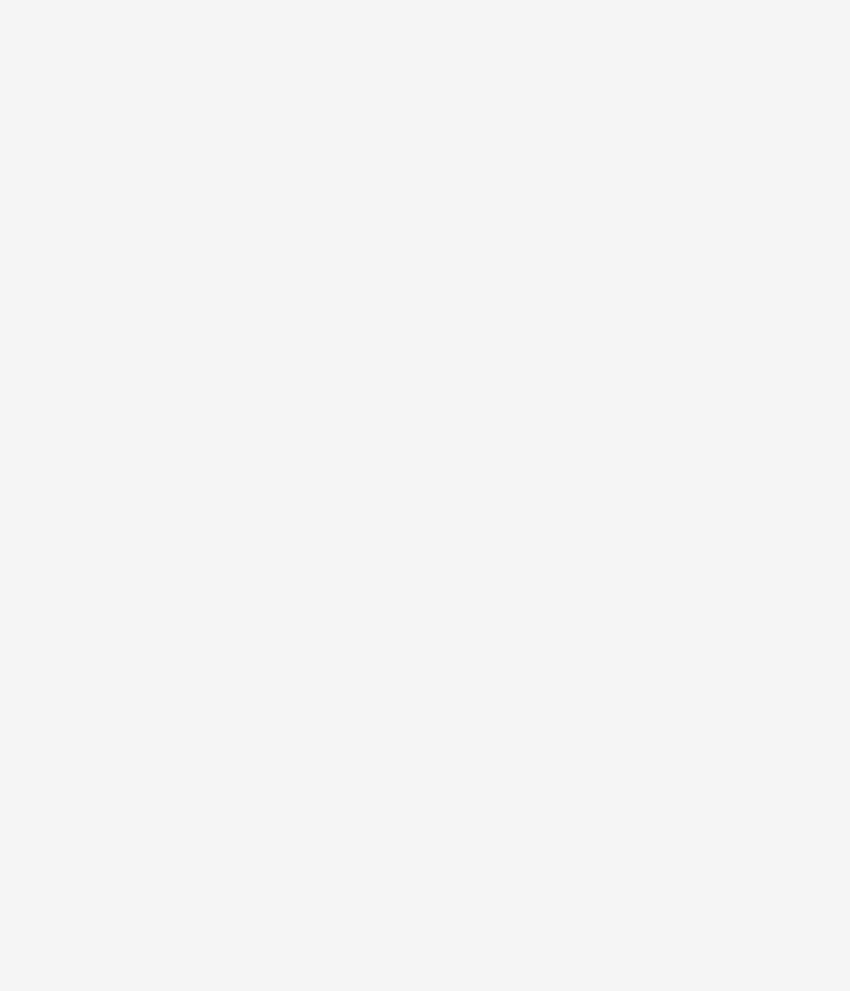  Describe the element at coordinates (120, 596) in the screenshot. I see `'blogger, brand or destination management organization'` at that location.